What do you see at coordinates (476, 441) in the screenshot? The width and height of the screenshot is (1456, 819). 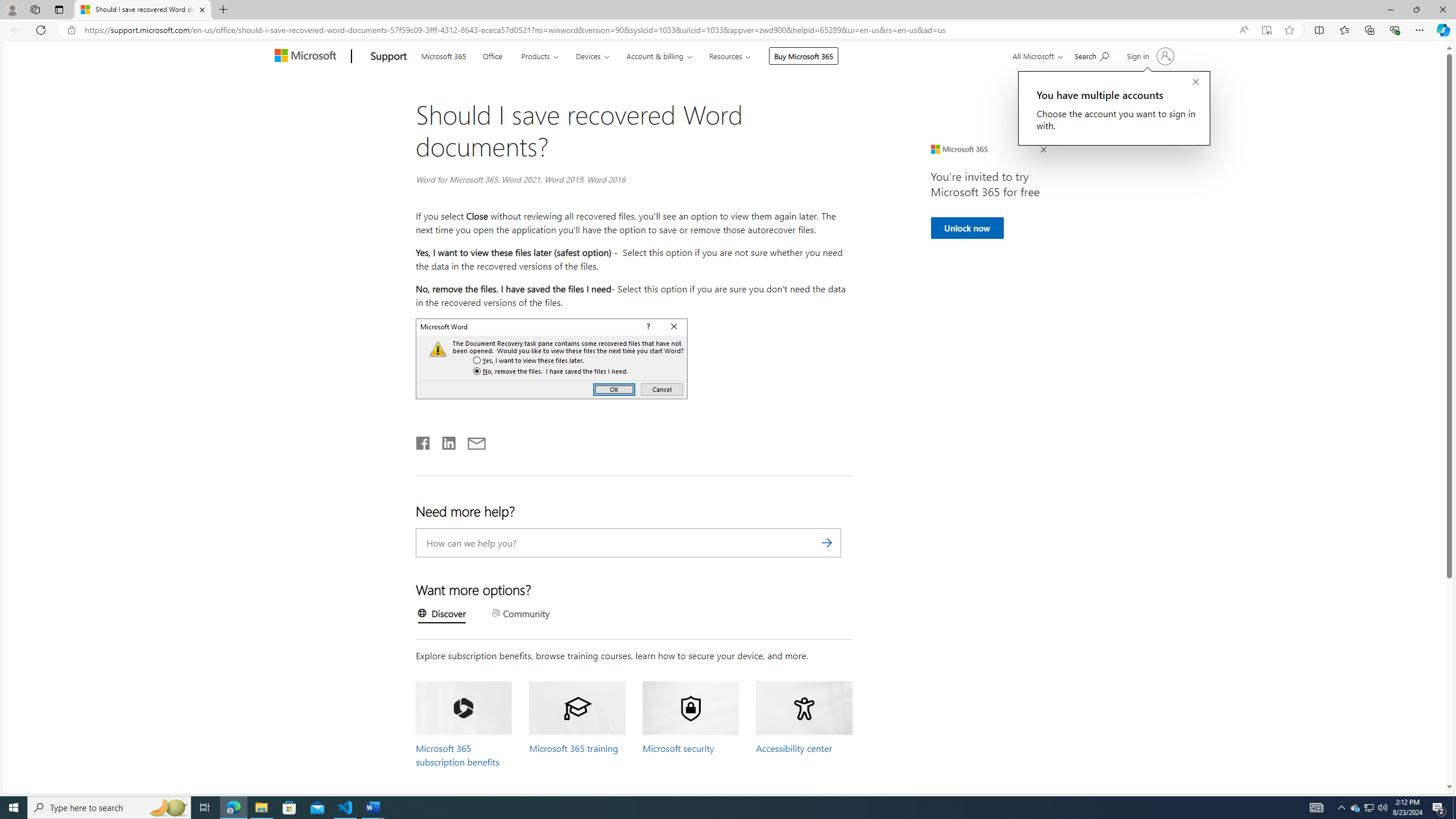 I see `'Email'` at bounding box center [476, 441].